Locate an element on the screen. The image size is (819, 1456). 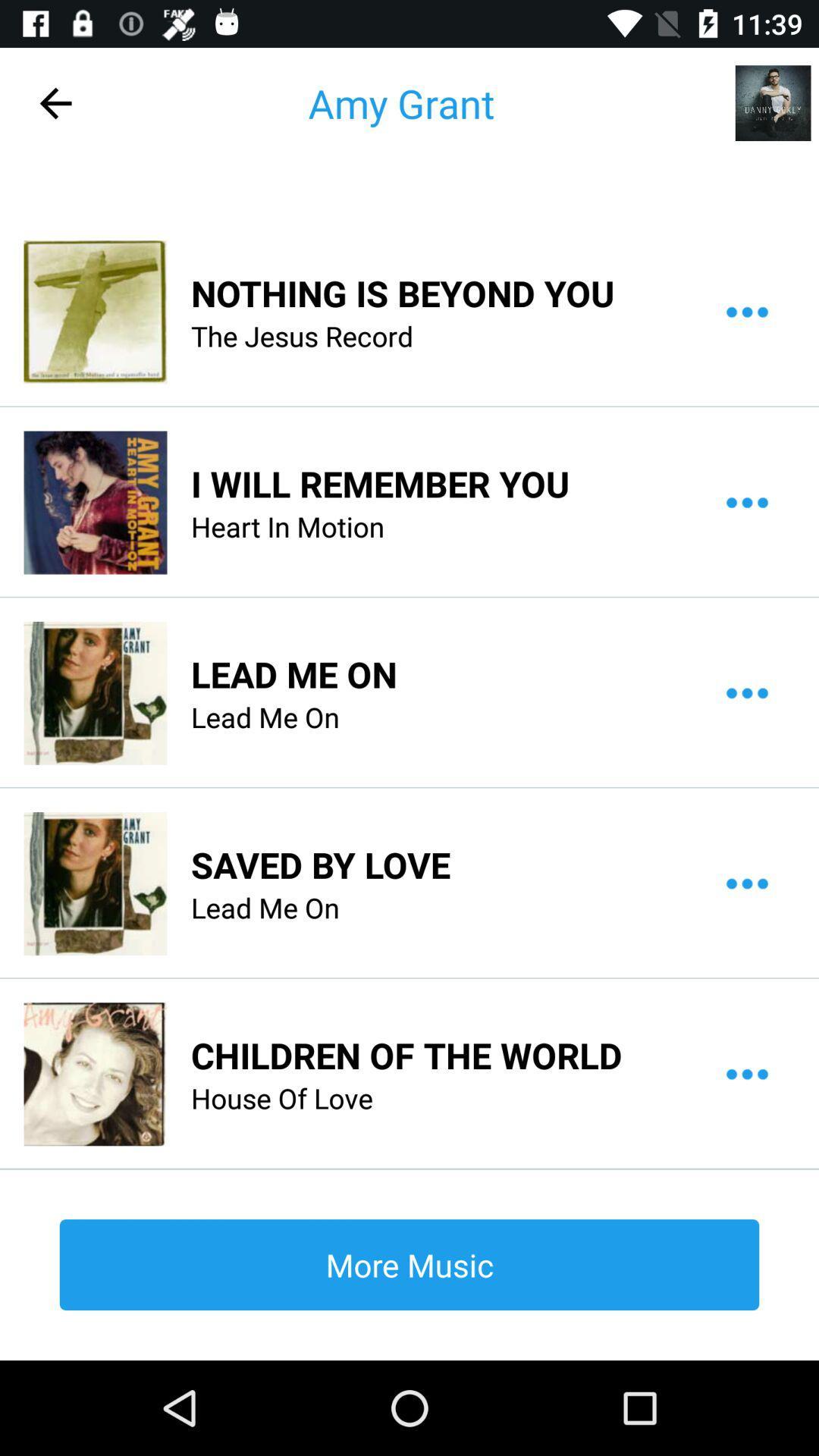
the icon next to the lead me on icon is located at coordinates (95, 692).